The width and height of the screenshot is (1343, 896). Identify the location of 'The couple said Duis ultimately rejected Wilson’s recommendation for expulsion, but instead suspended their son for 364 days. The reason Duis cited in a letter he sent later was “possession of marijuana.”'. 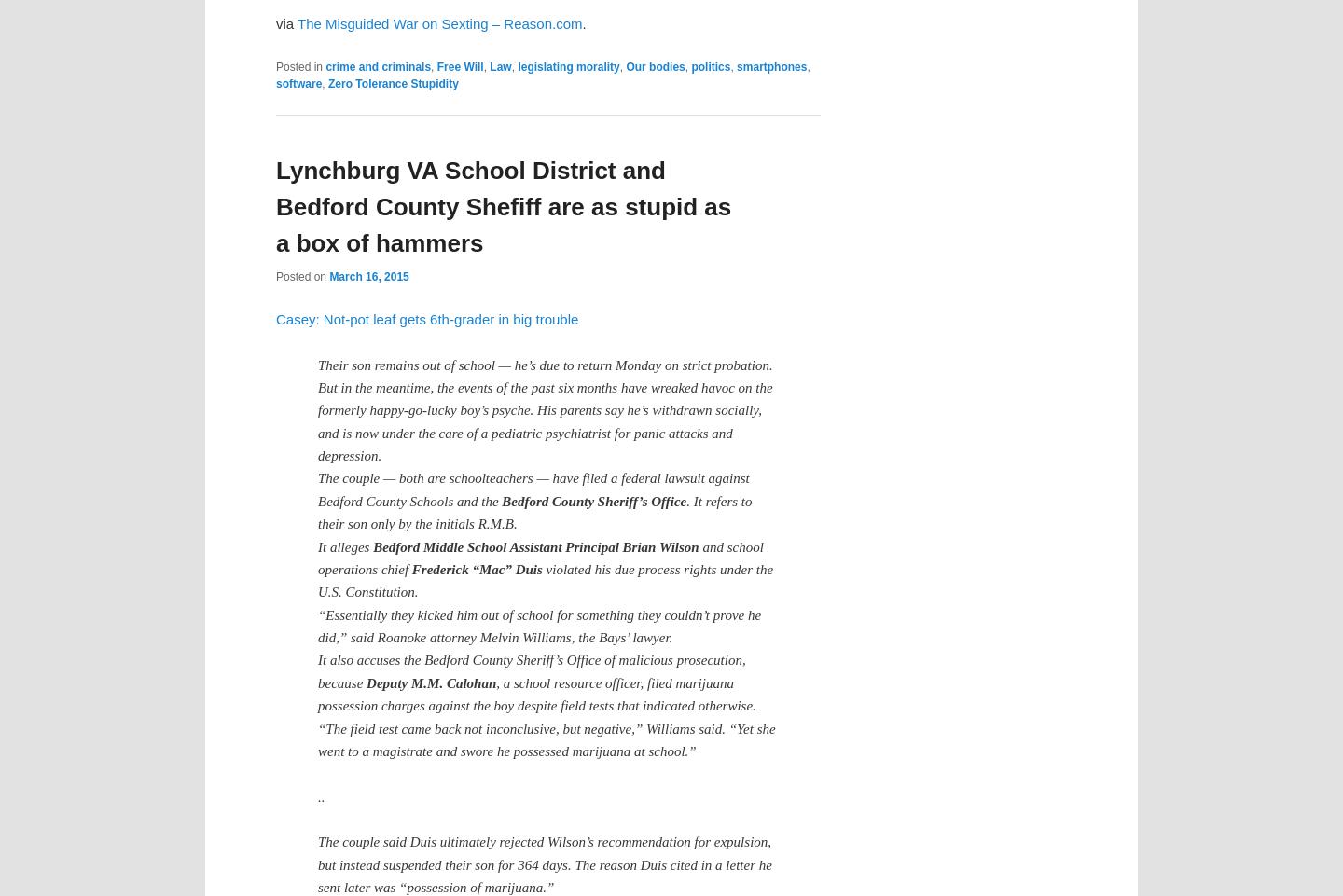
(545, 864).